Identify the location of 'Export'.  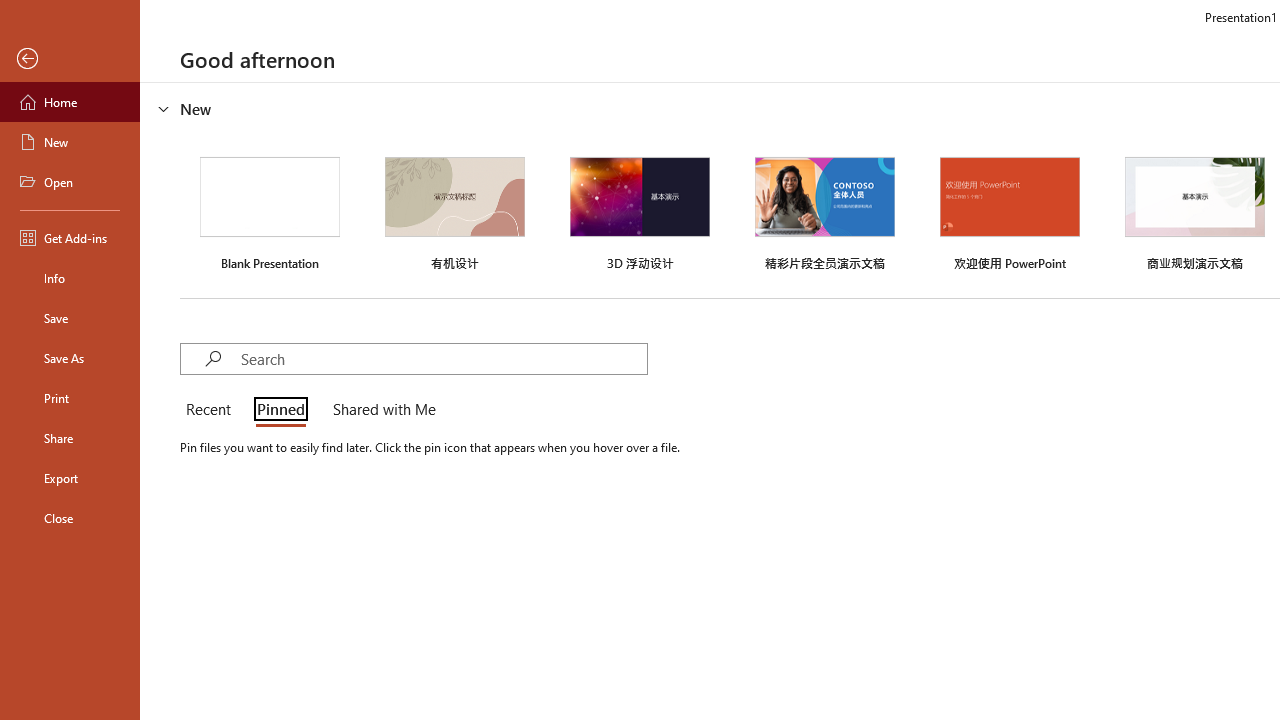
(69, 478).